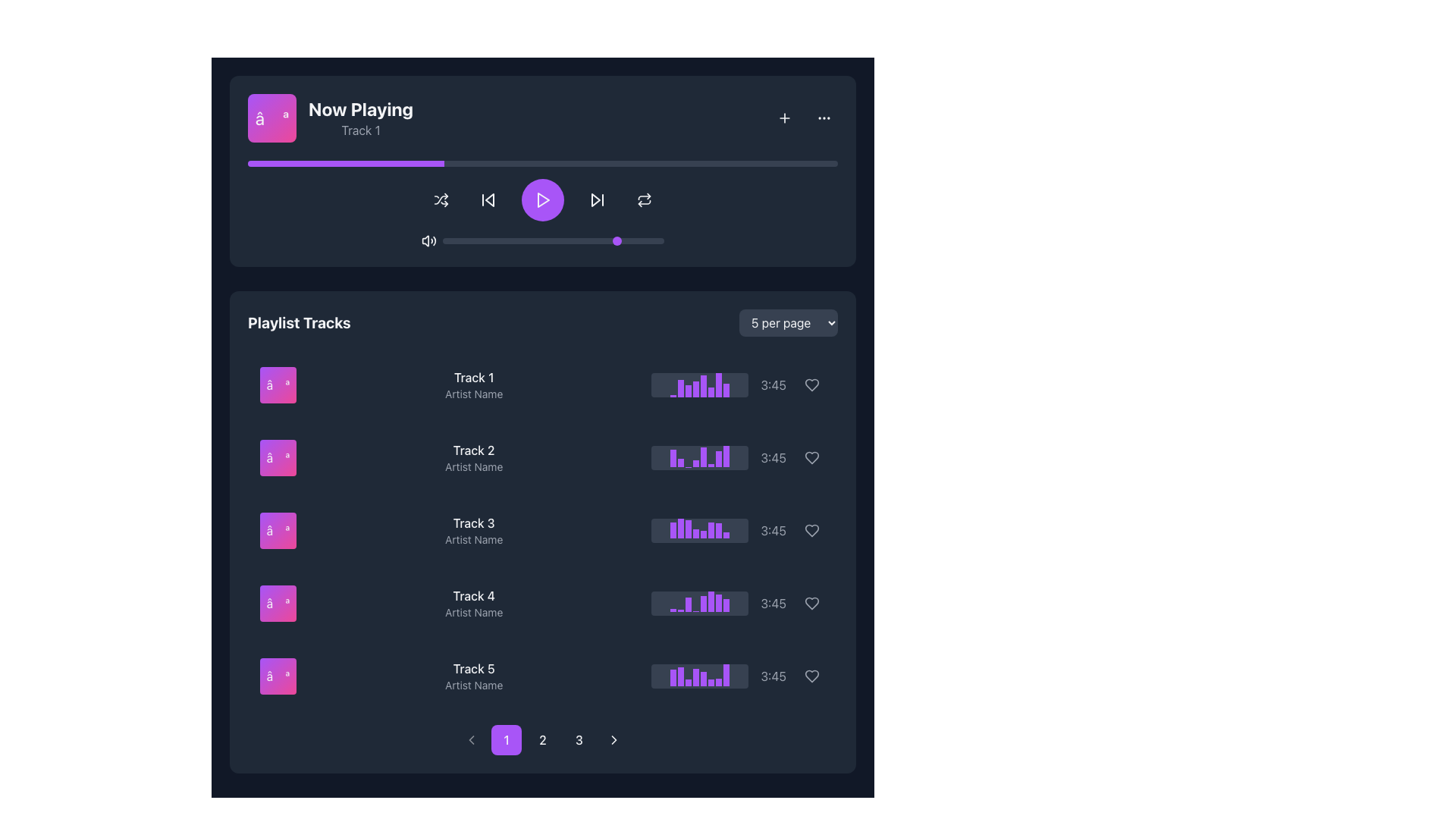 The width and height of the screenshot is (1456, 819). Describe the element at coordinates (607, 164) in the screenshot. I see `playback progress` at that location.